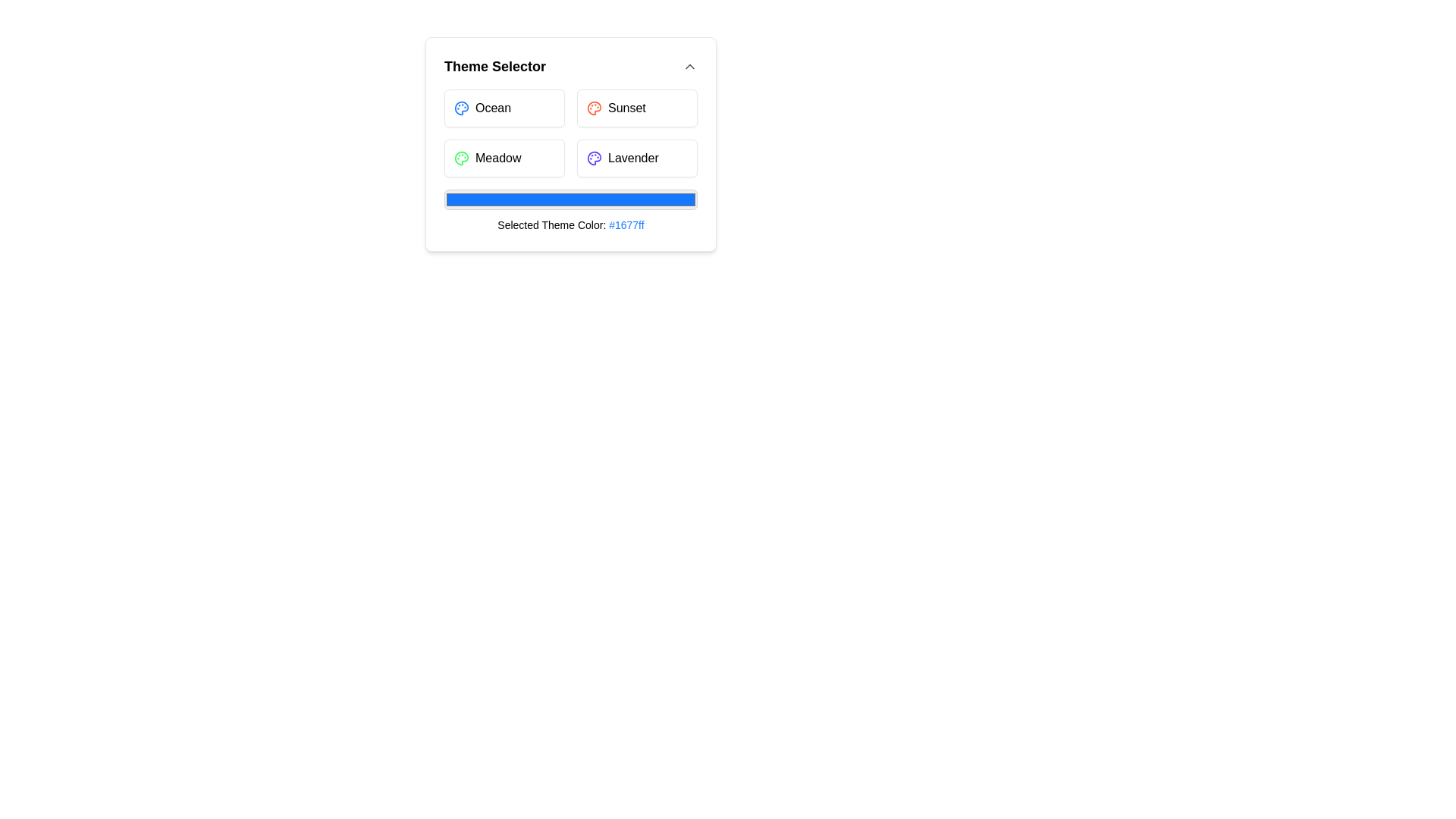 Image resolution: width=1456 pixels, height=819 pixels. I want to click on the Lavender theme button located in the bottom-right corner of the theme selector grid, so click(637, 158).